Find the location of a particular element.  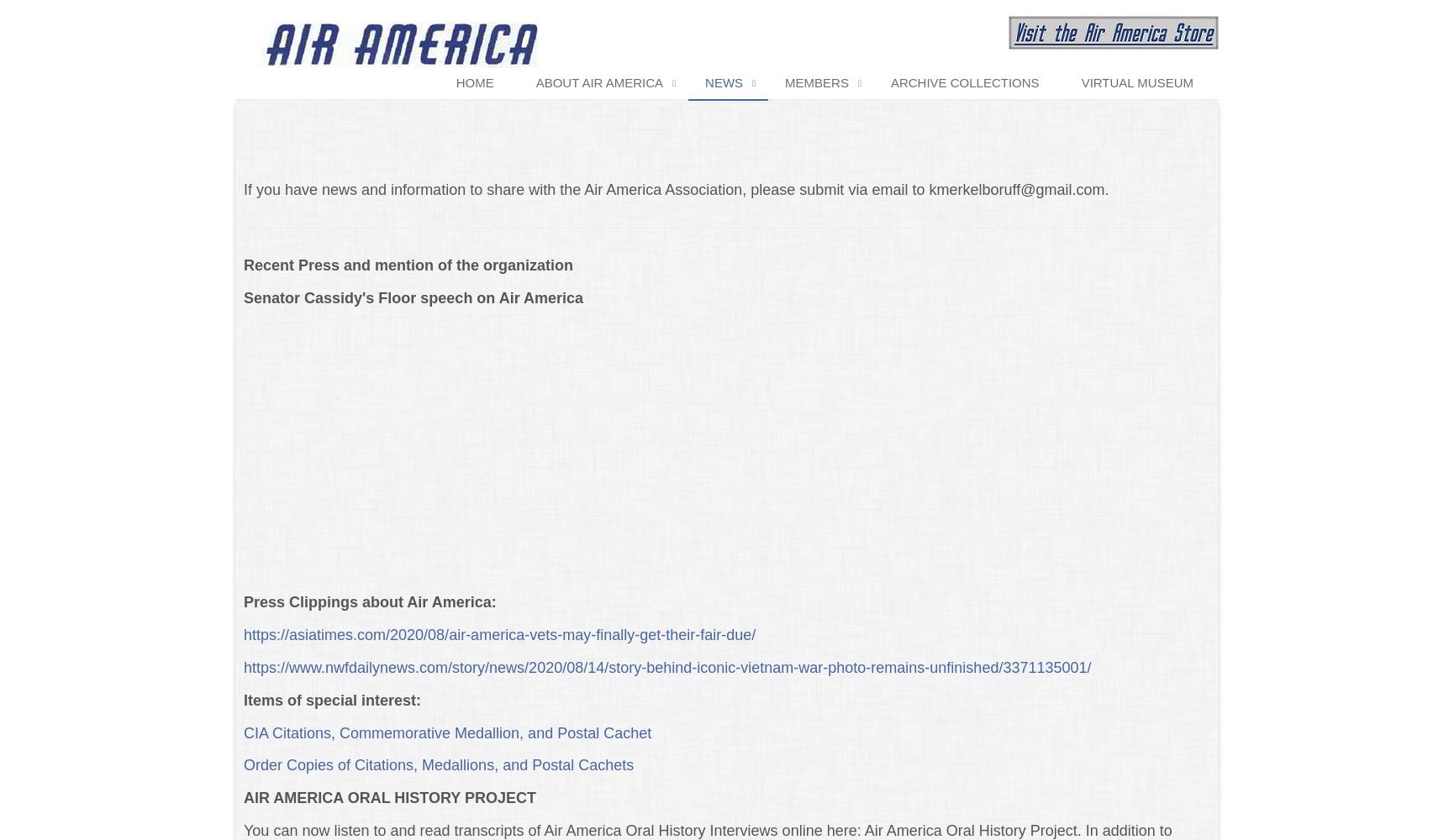

'If you have news and information to share with the Air America Association, please submit via email to kmerkelboruff@gmail.com.' is located at coordinates (243, 189).